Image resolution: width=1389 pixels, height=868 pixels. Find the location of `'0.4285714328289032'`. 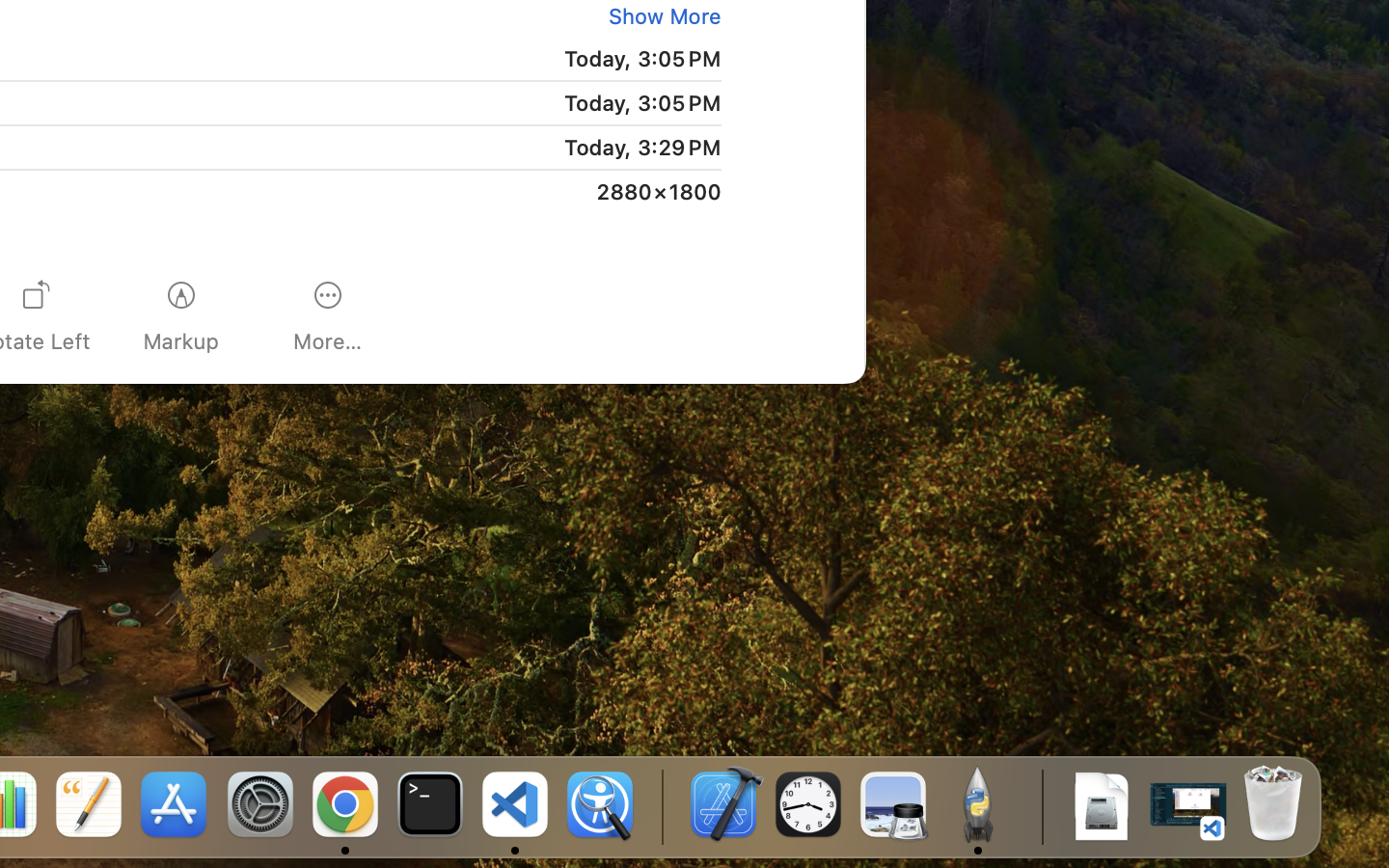

'0.4285714328289032' is located at coordinates (661, 805).